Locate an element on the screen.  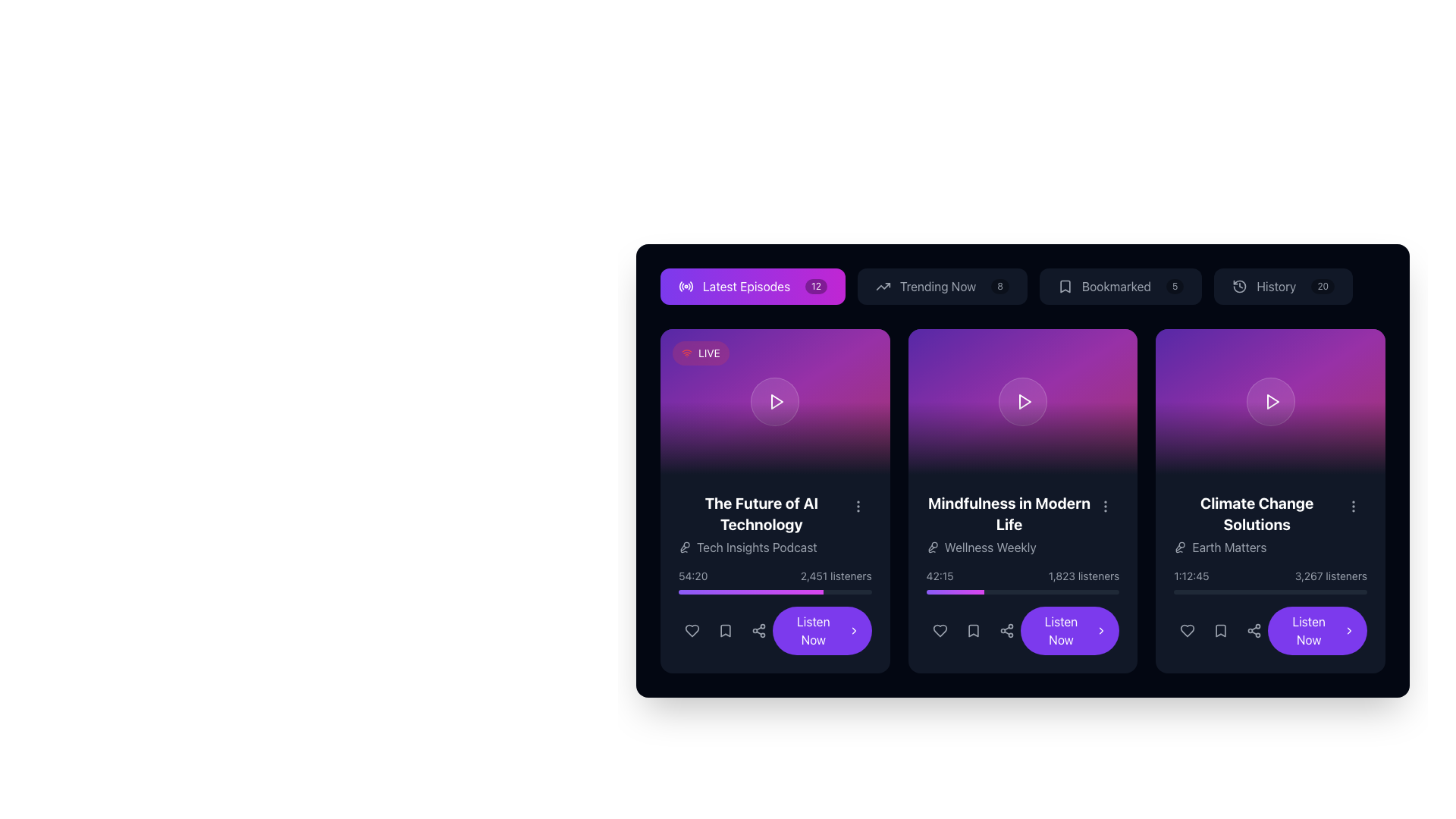
the visual decoration that serves as a non-interactive background gradient at the bottom part of the leftmost card in a horizontally-aligned list of cards is located at coordinates (775, 438).